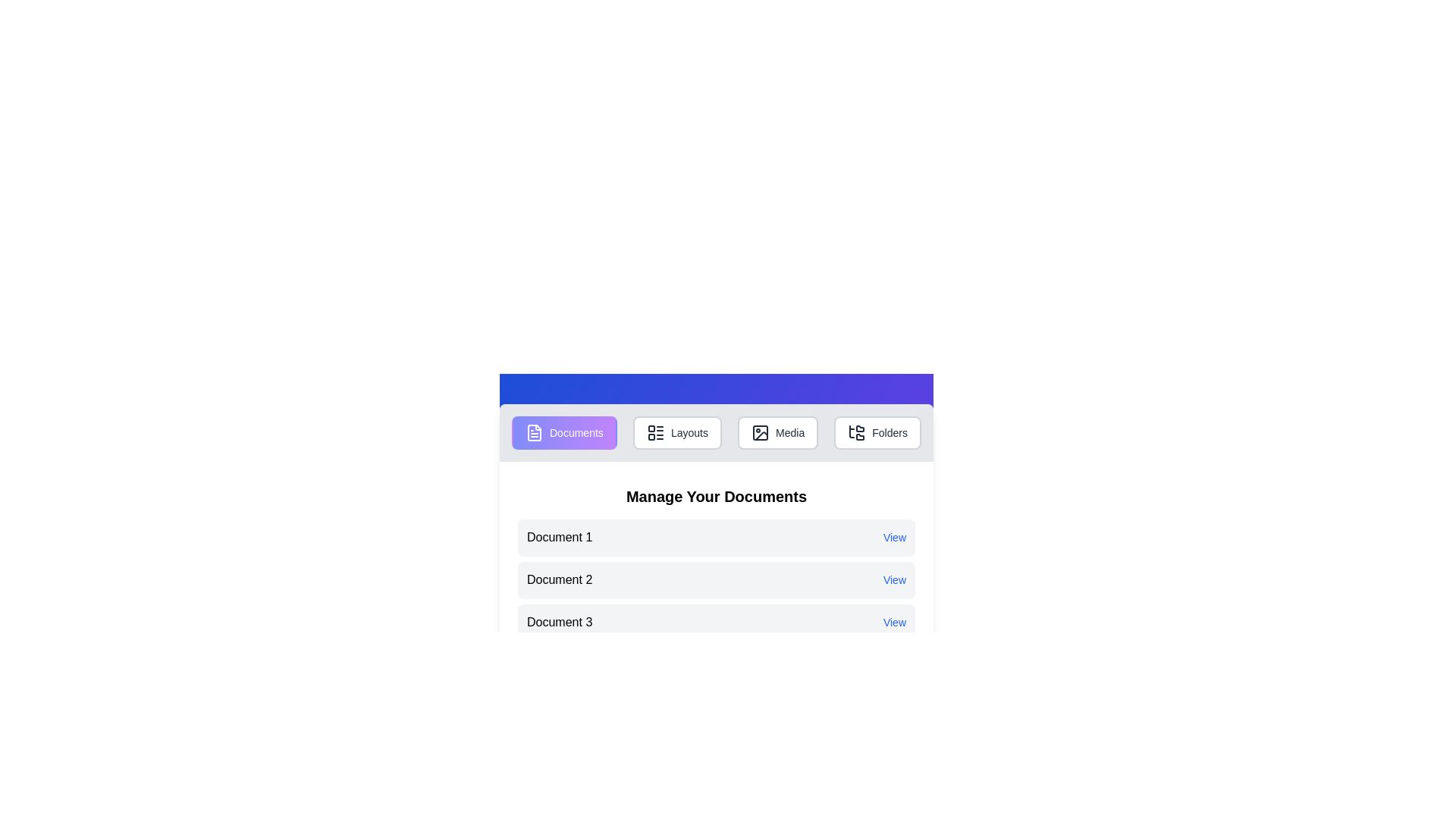  I want to click on the 'Media' button, so click(778, 432).